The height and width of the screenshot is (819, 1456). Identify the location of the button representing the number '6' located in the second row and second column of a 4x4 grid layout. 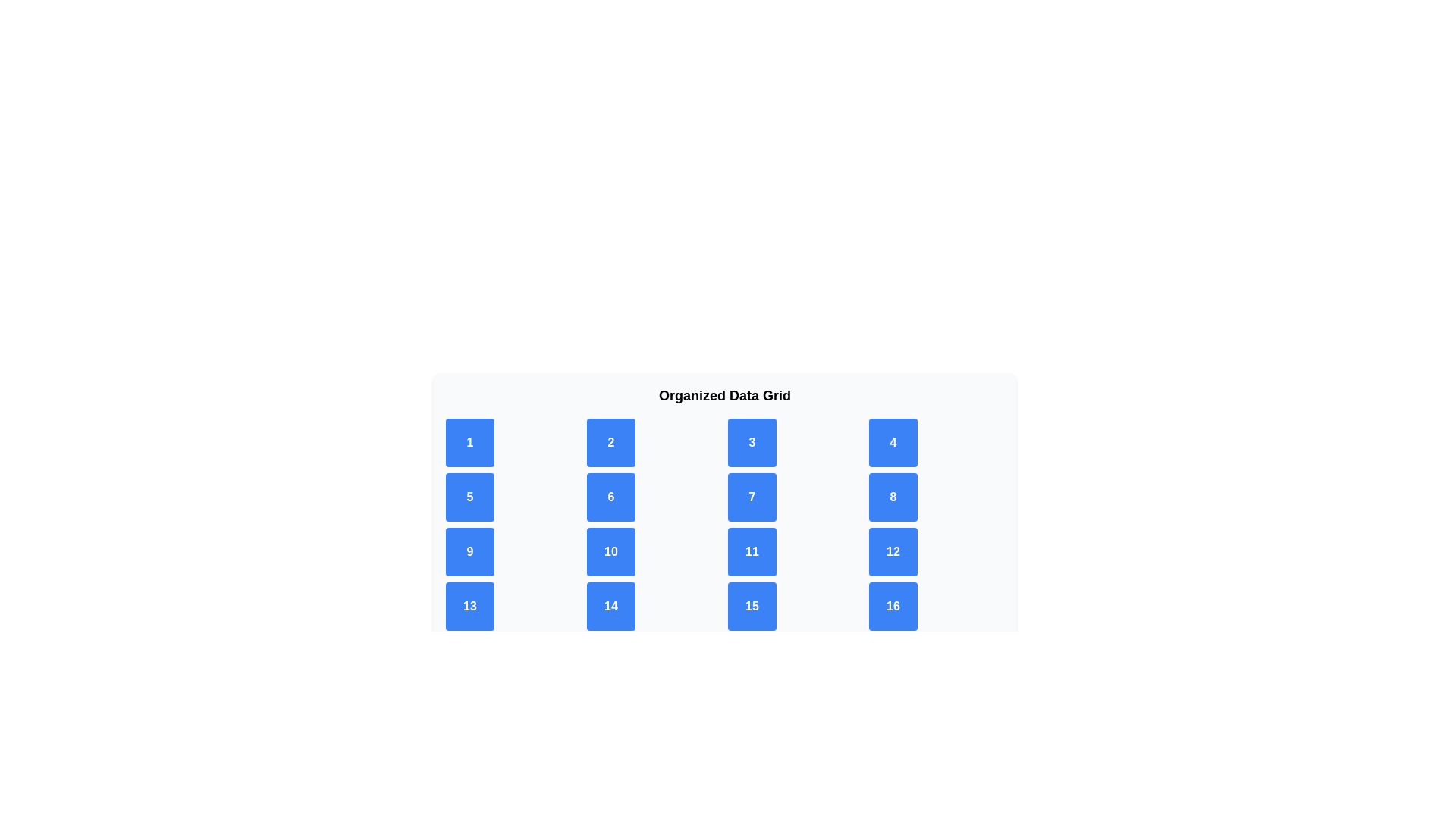
(611, 497).